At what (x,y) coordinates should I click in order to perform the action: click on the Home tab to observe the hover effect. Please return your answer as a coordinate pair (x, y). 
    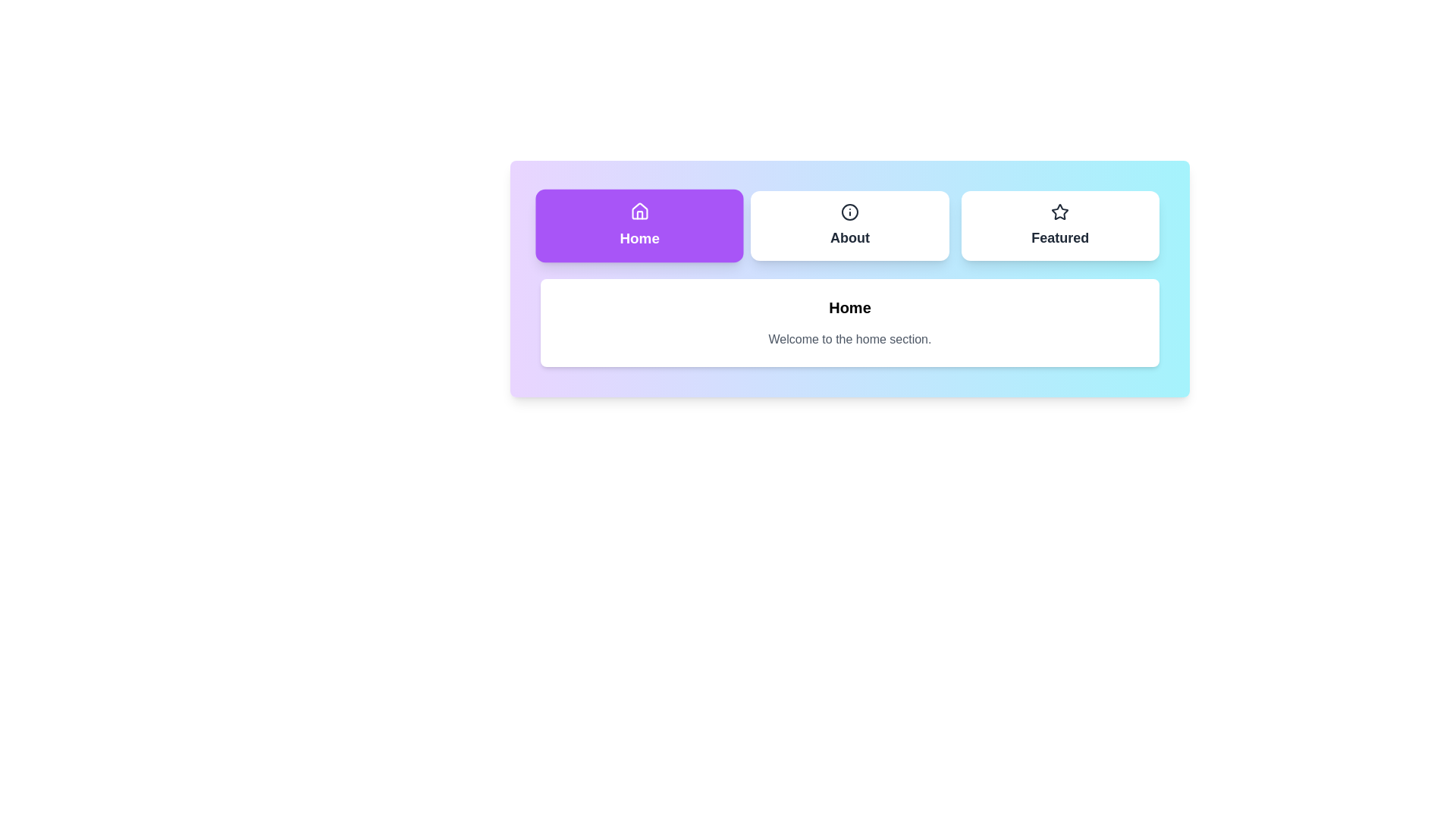
    Looking at the image, I should click on (639, 225).